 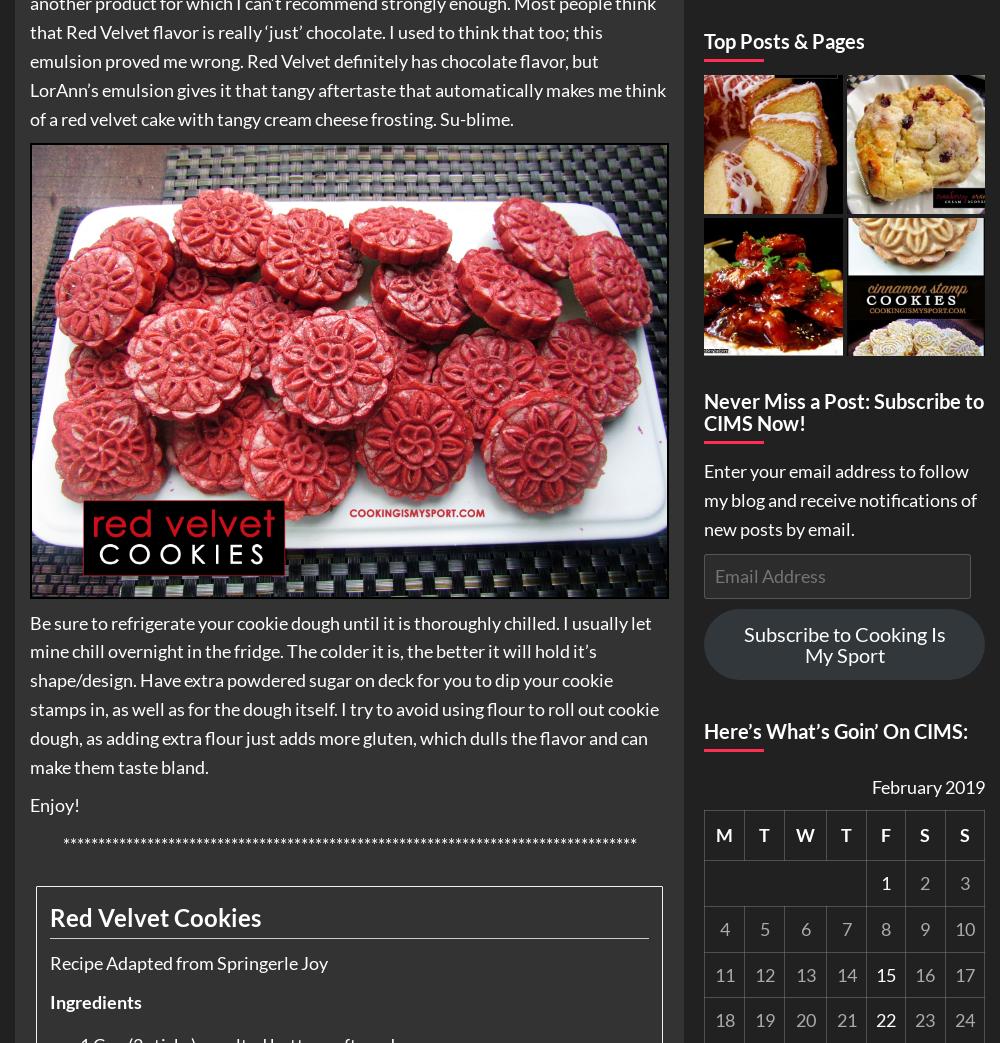 I want to click on '18', so click(x=723, y=1019).